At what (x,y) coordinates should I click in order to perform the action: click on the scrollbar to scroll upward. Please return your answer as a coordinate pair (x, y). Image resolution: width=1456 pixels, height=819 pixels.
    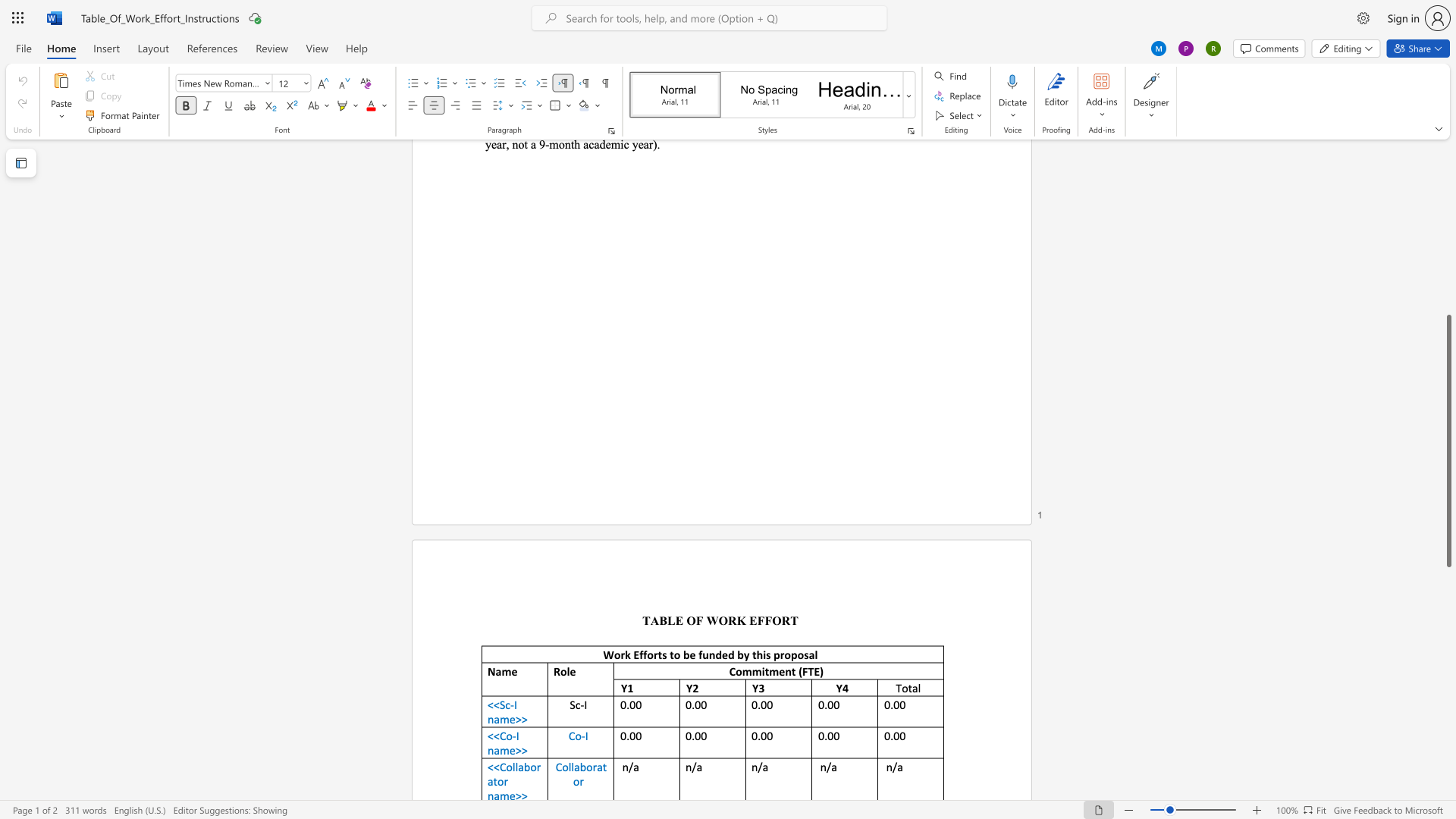
    Looking at the image, I should click on (1448, 219).